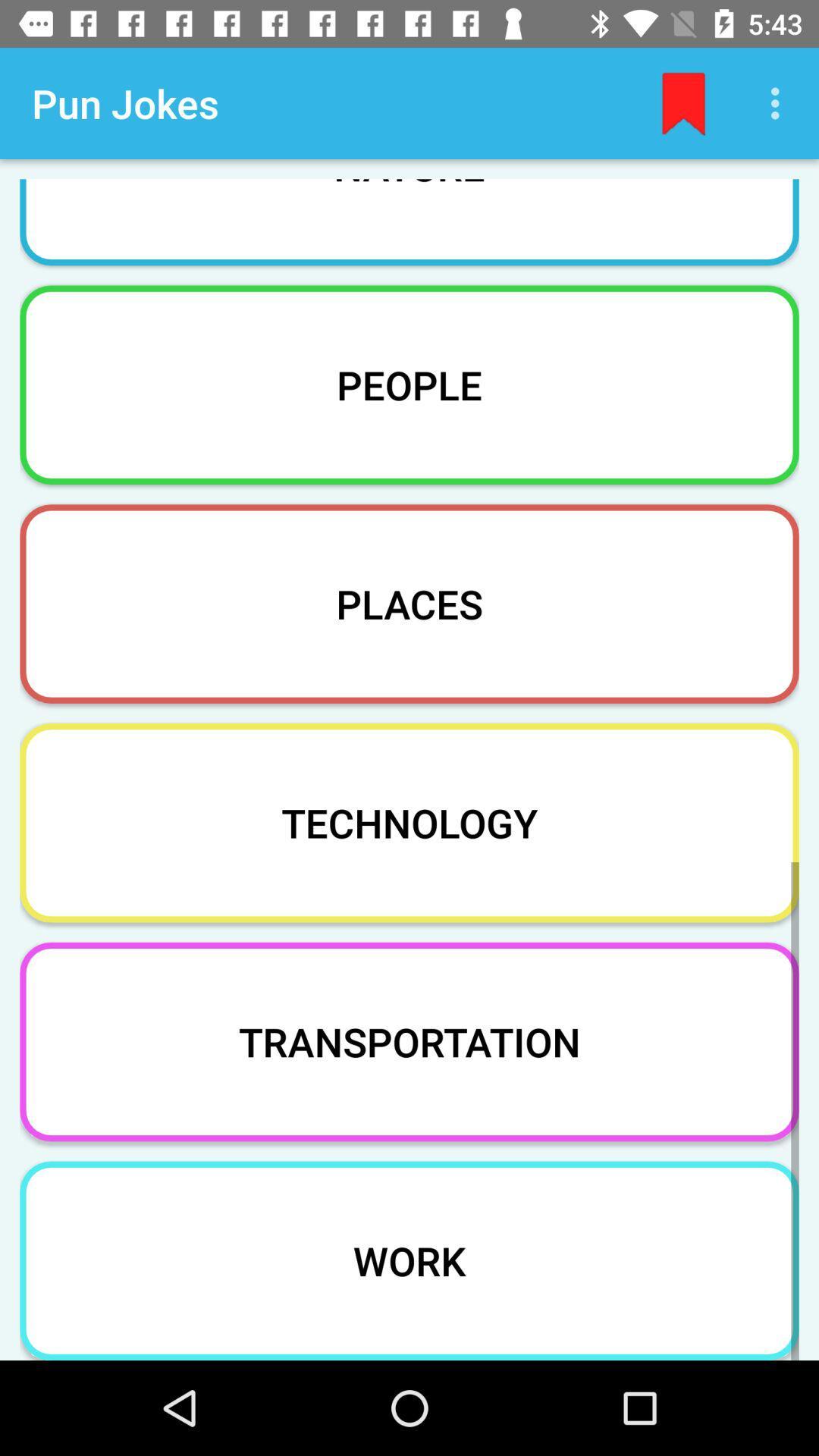 This screenshot has width=819, height=1456. I want to click on technology, so click(409, 822).